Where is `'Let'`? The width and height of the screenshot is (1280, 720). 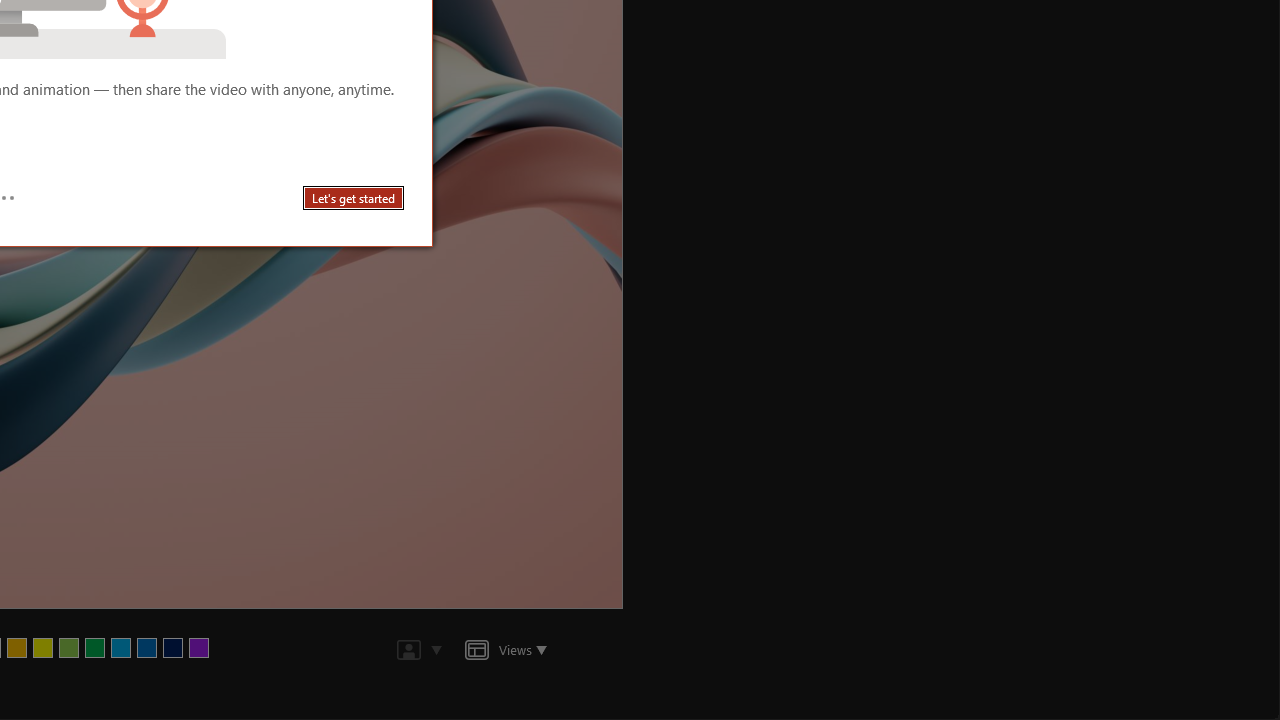 'Let' is located at coordinates (353, 198).